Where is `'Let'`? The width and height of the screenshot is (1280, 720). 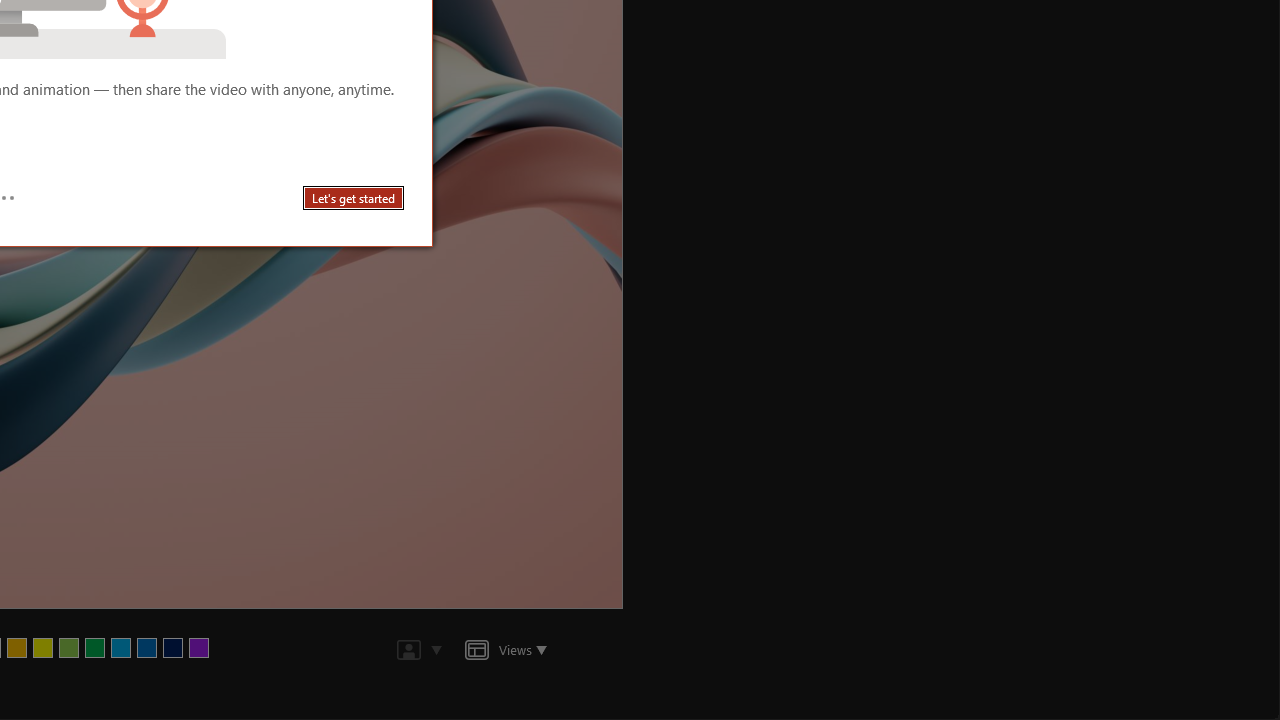 'Let' is located at coordinates (353, 198).